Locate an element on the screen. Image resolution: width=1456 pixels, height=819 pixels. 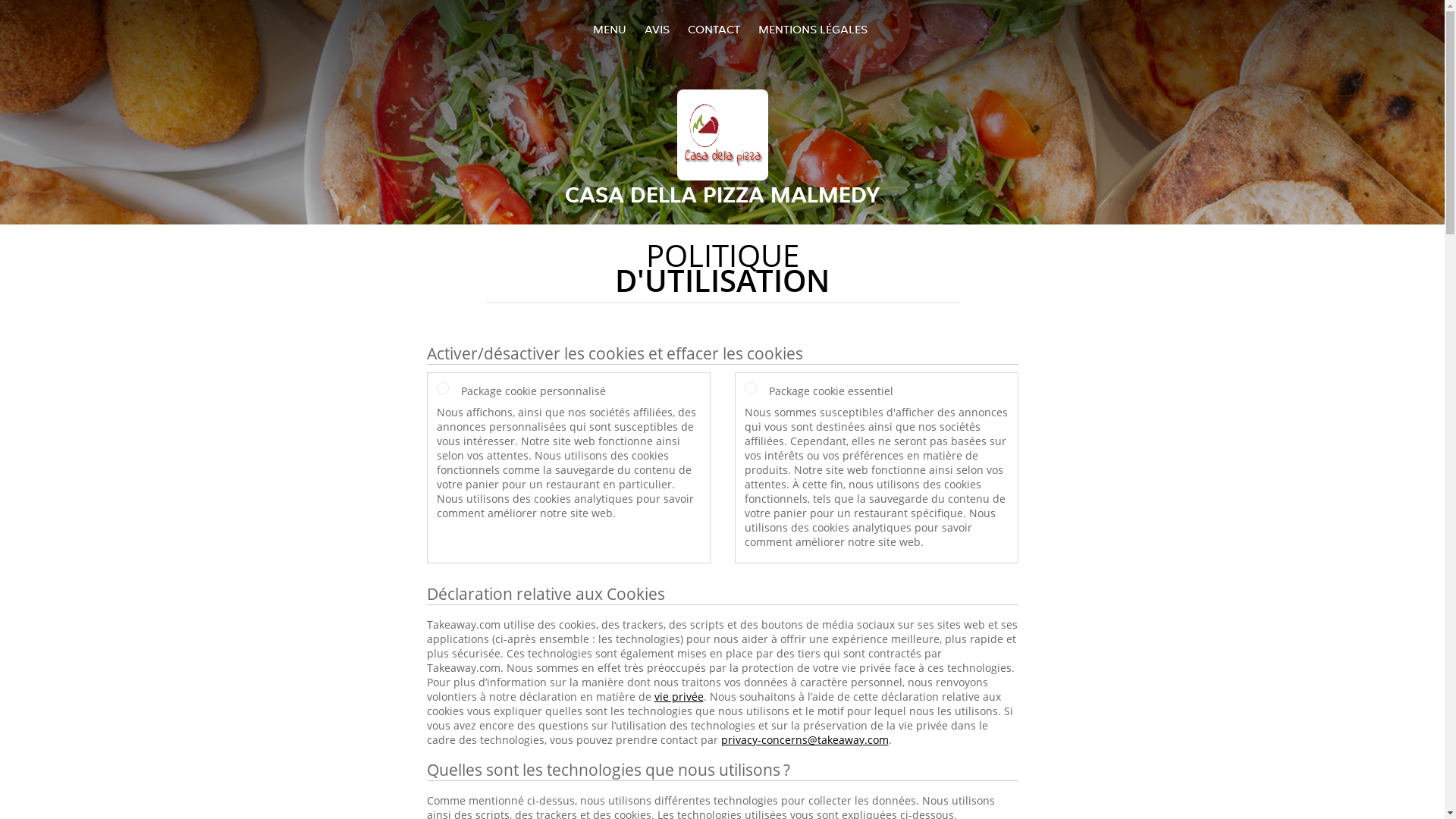
'privacy-concerns@takeaway.com' is located at coordinates (803, 739).